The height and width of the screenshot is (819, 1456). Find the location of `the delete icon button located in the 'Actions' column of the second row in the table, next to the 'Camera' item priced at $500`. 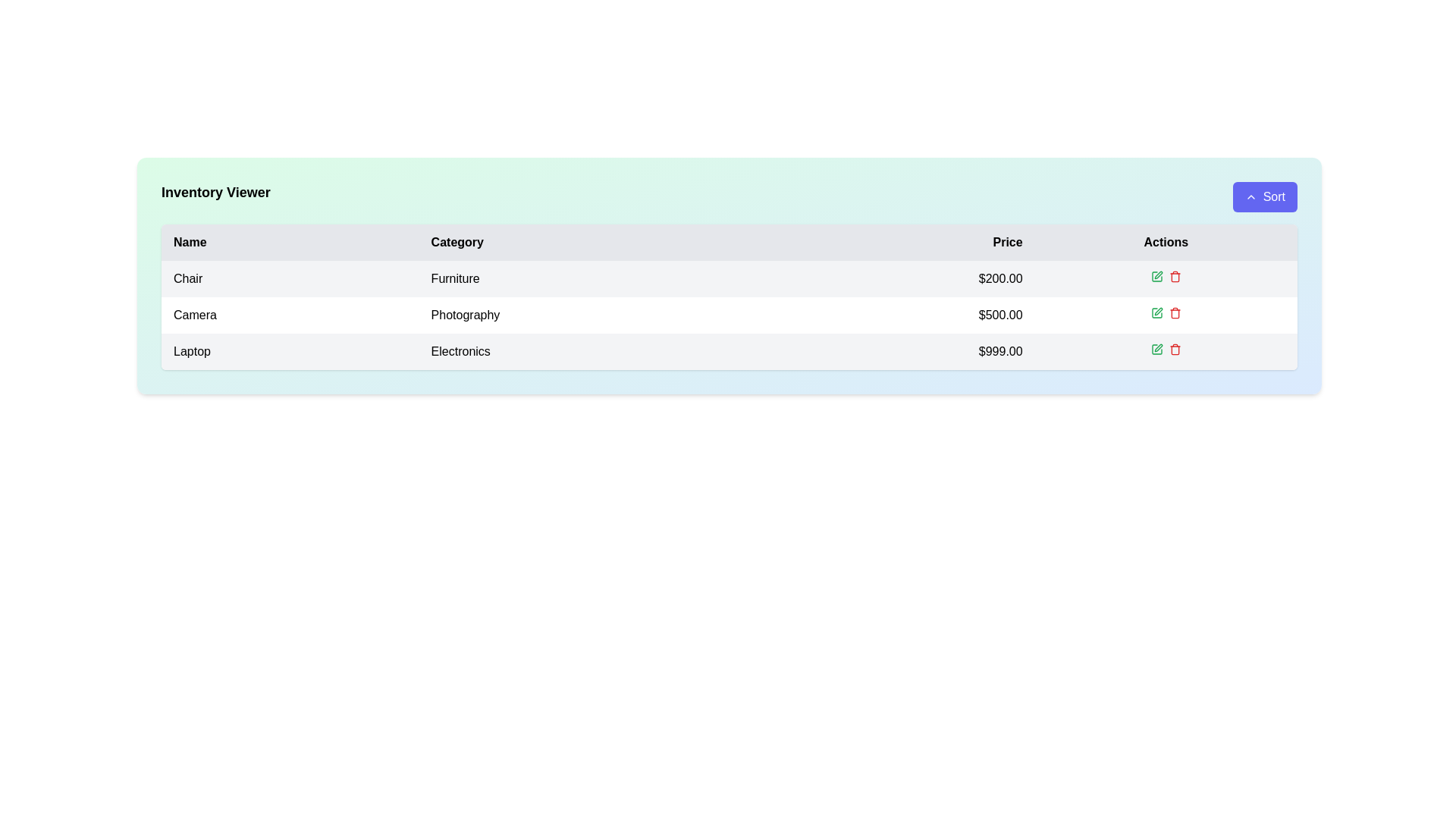

the delete icon button located in the 'Actions' column of the second row in the table, next to the 'Camera' item priced at $500 is located at coordinates (1174, 312).